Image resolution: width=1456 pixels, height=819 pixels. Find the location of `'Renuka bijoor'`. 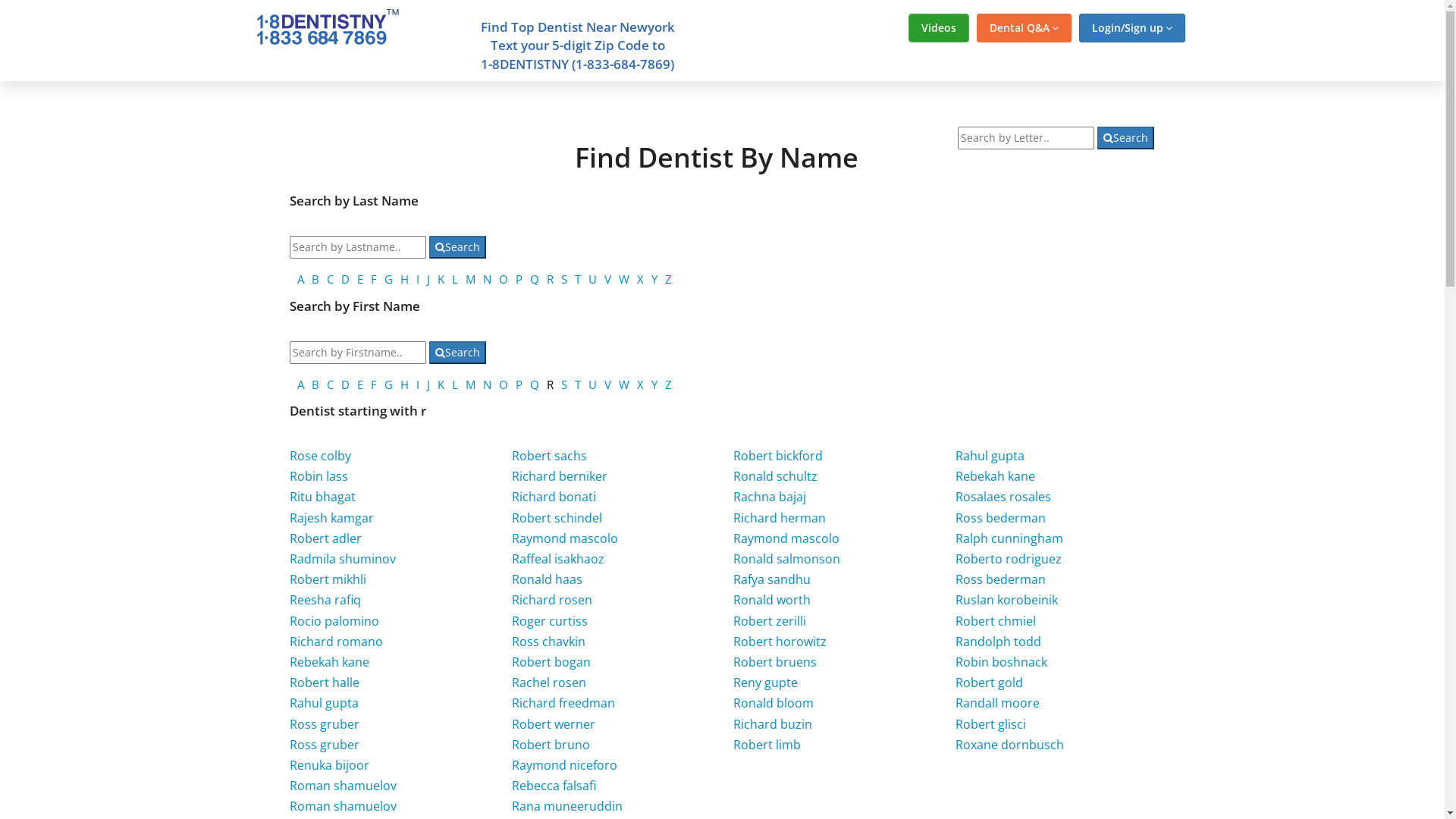

'Renuka bijoor' is located at coordinates (328, 765).